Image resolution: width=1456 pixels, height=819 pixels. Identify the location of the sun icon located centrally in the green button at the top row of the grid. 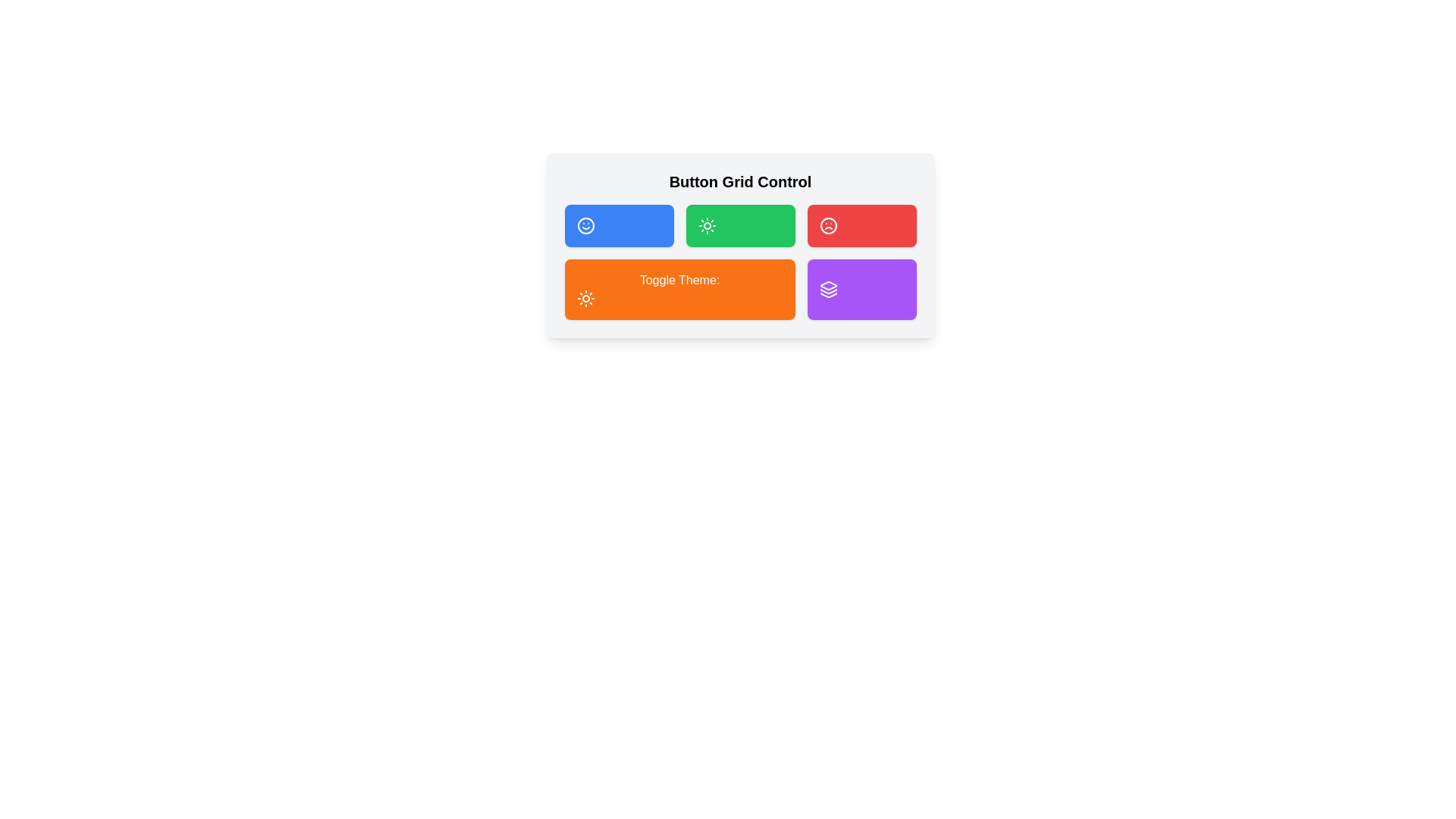
(706, 225).